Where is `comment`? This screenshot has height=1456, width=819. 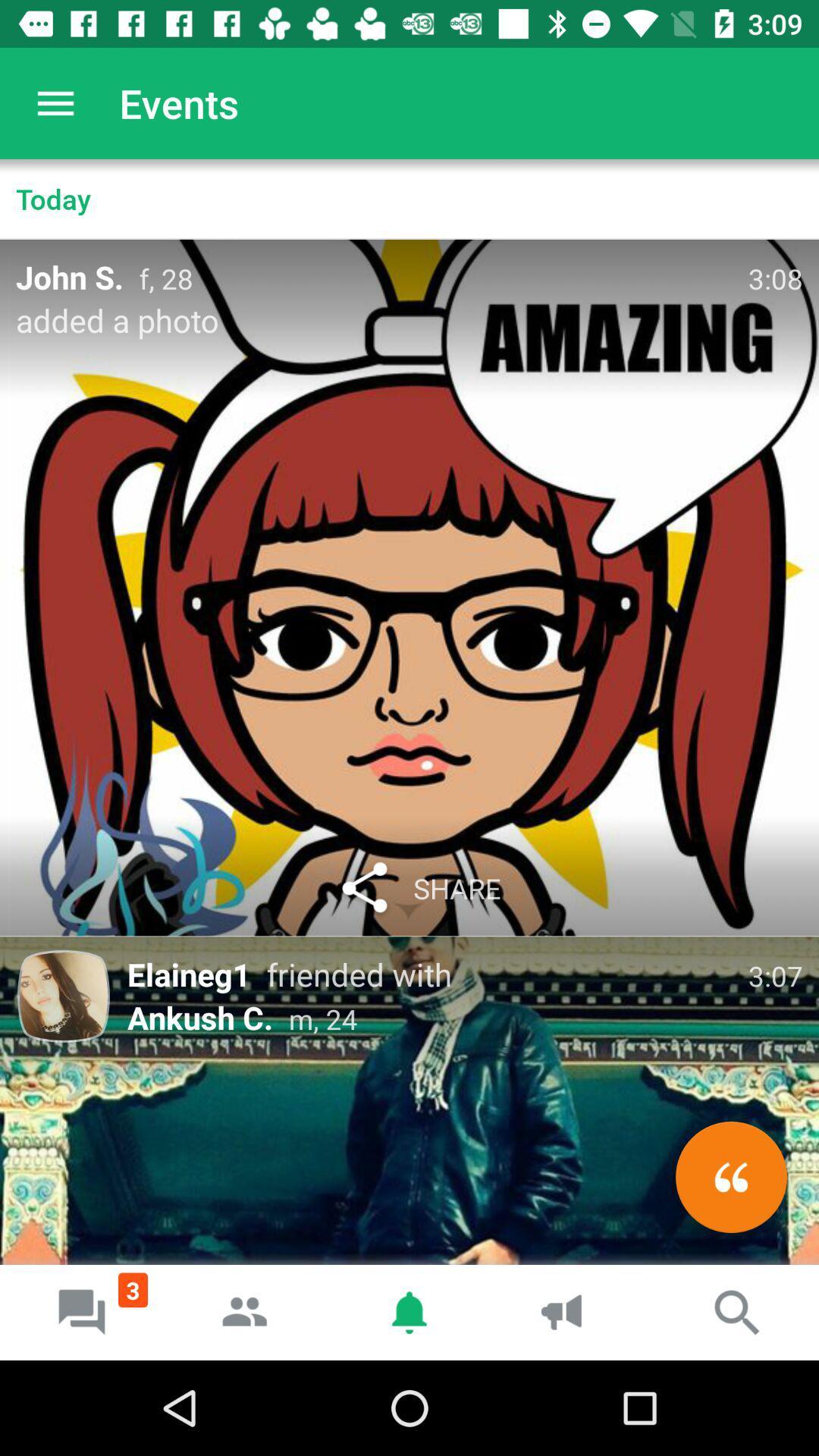 comment is located at coordinates (730, 1176).